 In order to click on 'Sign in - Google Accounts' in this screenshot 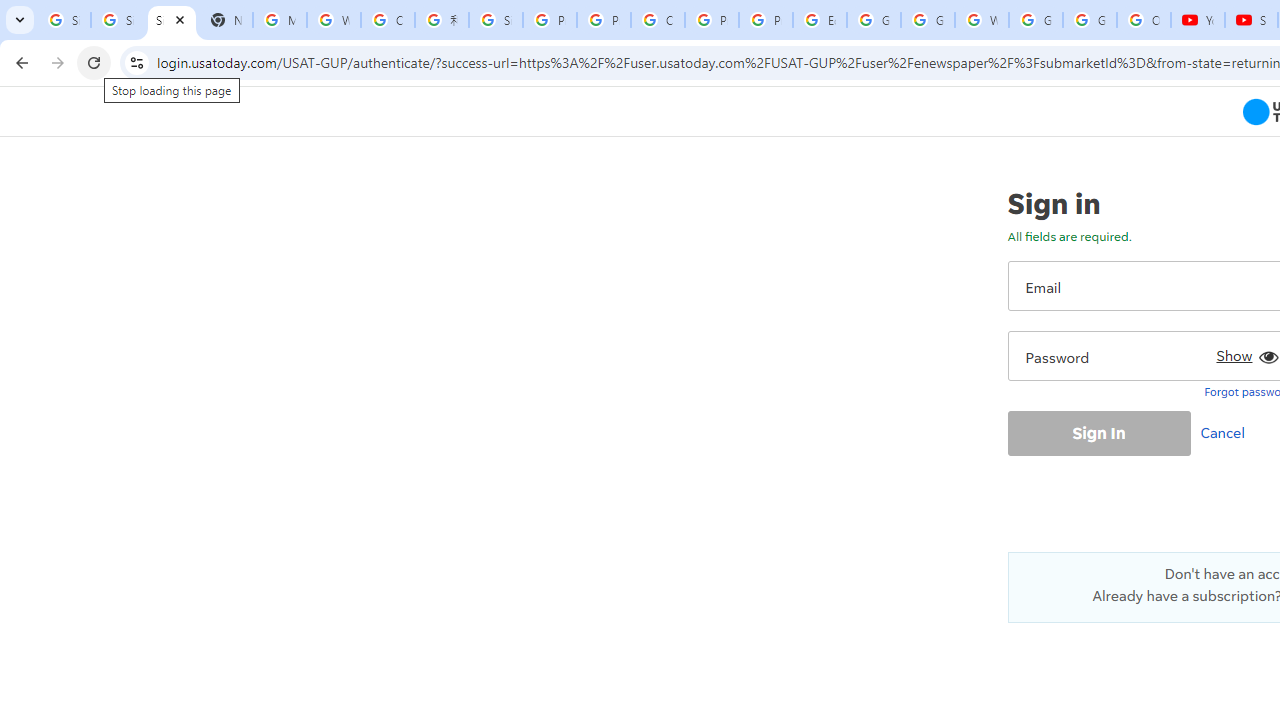, I will do `click(116, 20)`.